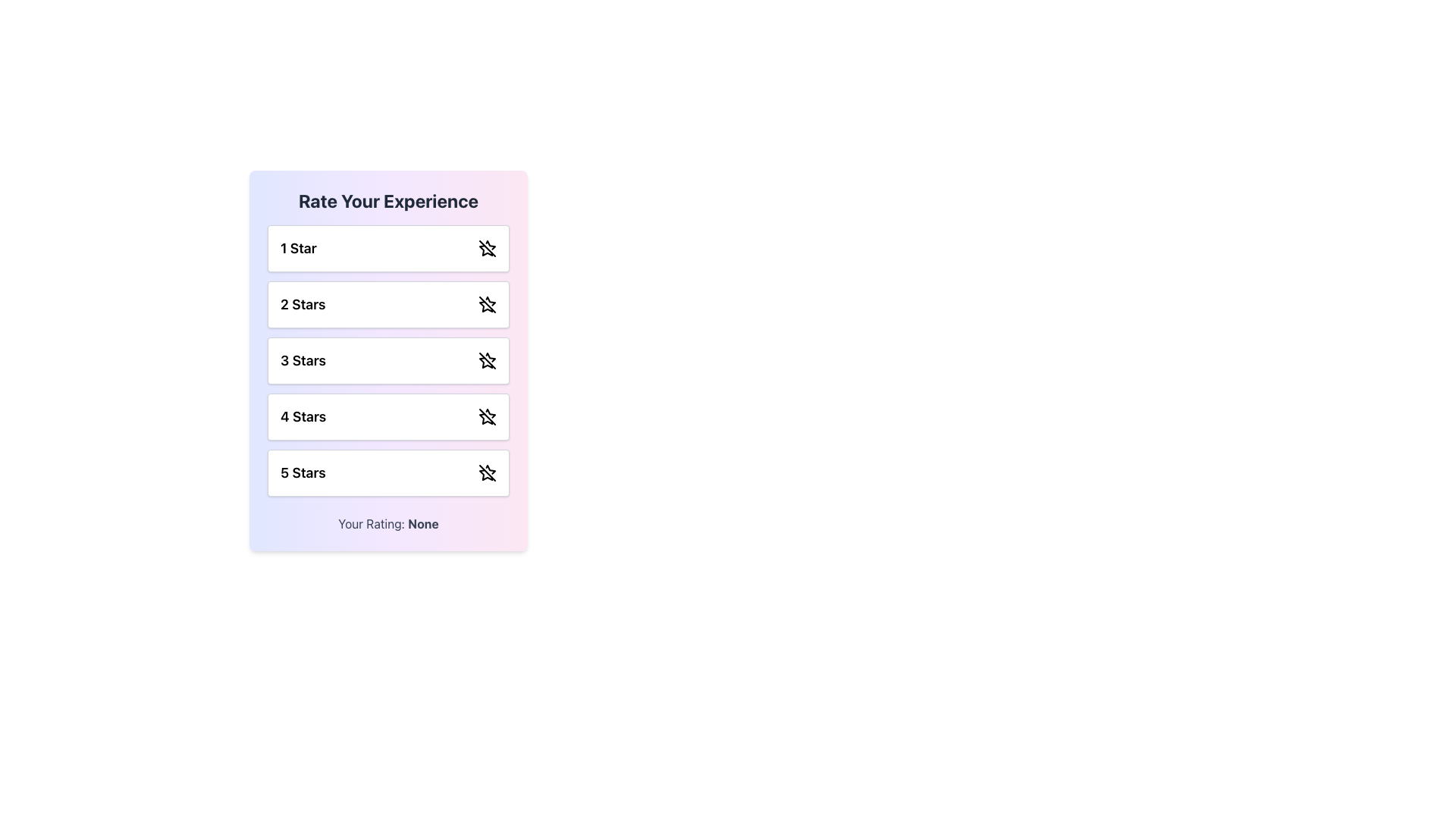 The width and height of the screenshot is (1456, 819). Describe the element at coordinates (488, 360) in the screenshot. I see `the iconographic element representing the disabled or muted state for the '3 Stars' rating option located in the third item of the vertical list` at that location.